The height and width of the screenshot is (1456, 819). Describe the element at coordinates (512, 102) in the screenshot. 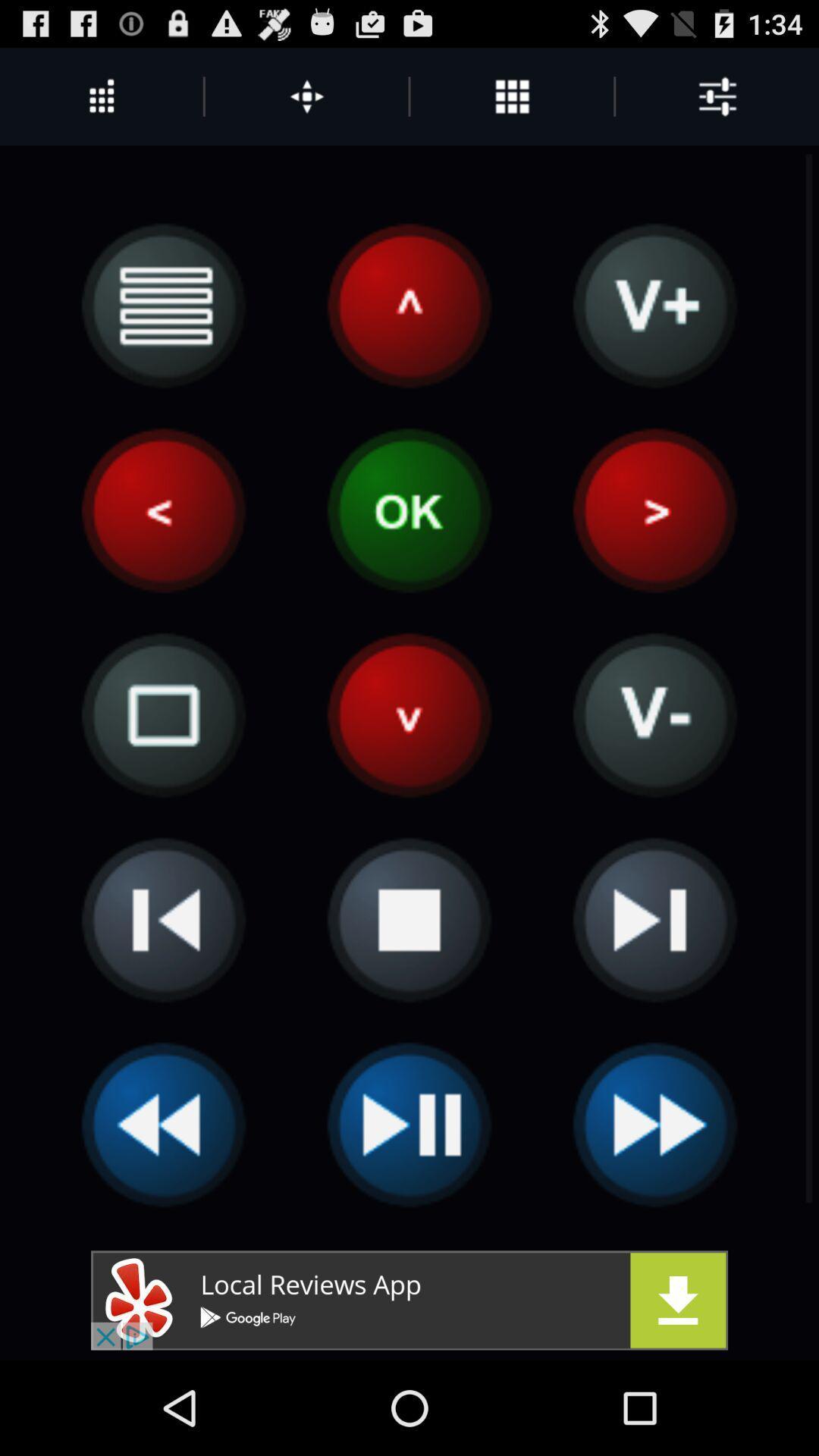

I see `the more icon` at that location.